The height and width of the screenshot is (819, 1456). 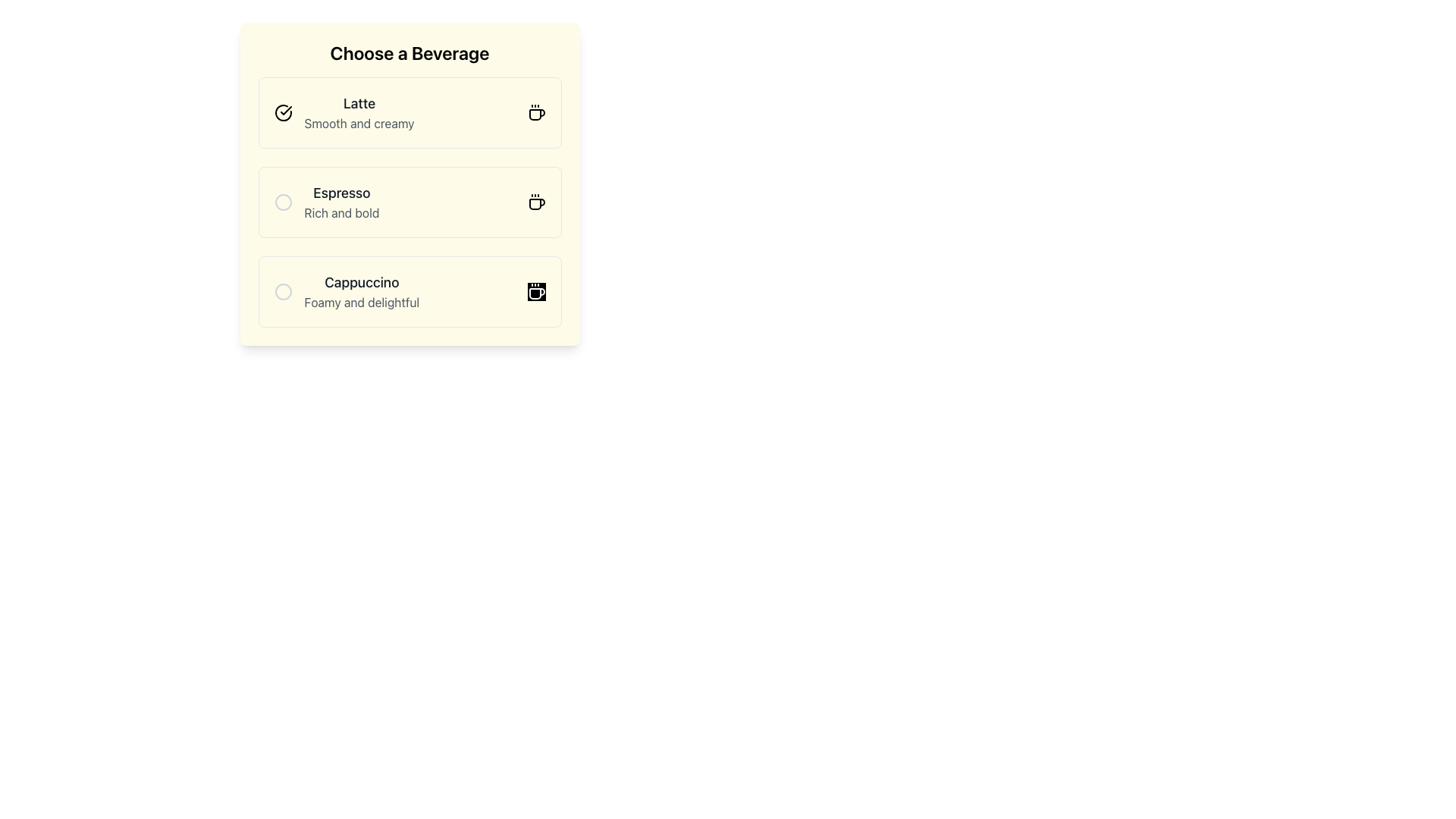 What do you see at coordinates (409, 184) in the screenshot?
I see `the 'Espresso' radio button card` at bounding box center [409, 184].